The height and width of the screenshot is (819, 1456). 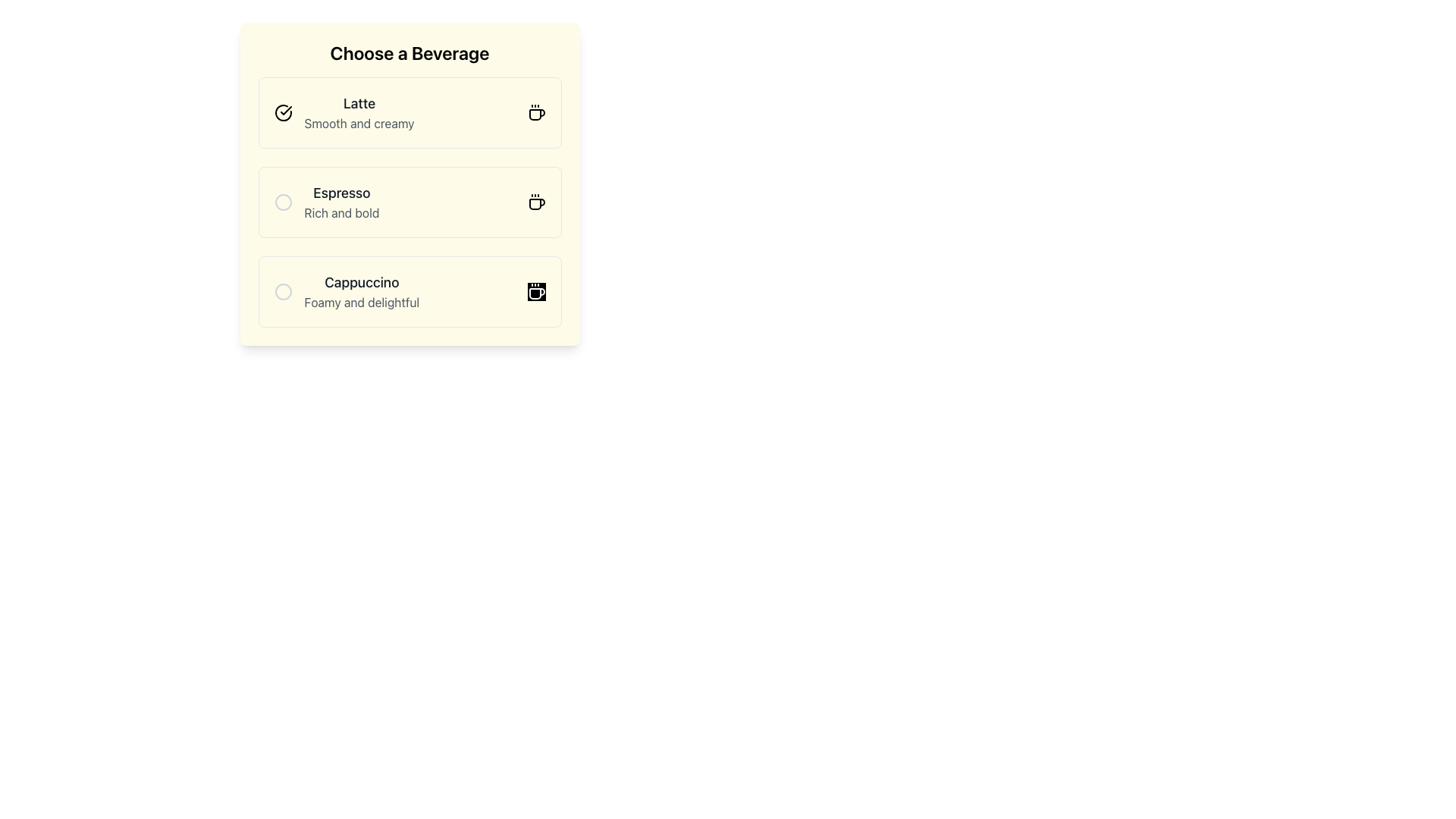 What do you see at coordinates (409, 184) in the screenshot?
I see `the 'Espresso' radio button card` at bounding box center [409, 184].